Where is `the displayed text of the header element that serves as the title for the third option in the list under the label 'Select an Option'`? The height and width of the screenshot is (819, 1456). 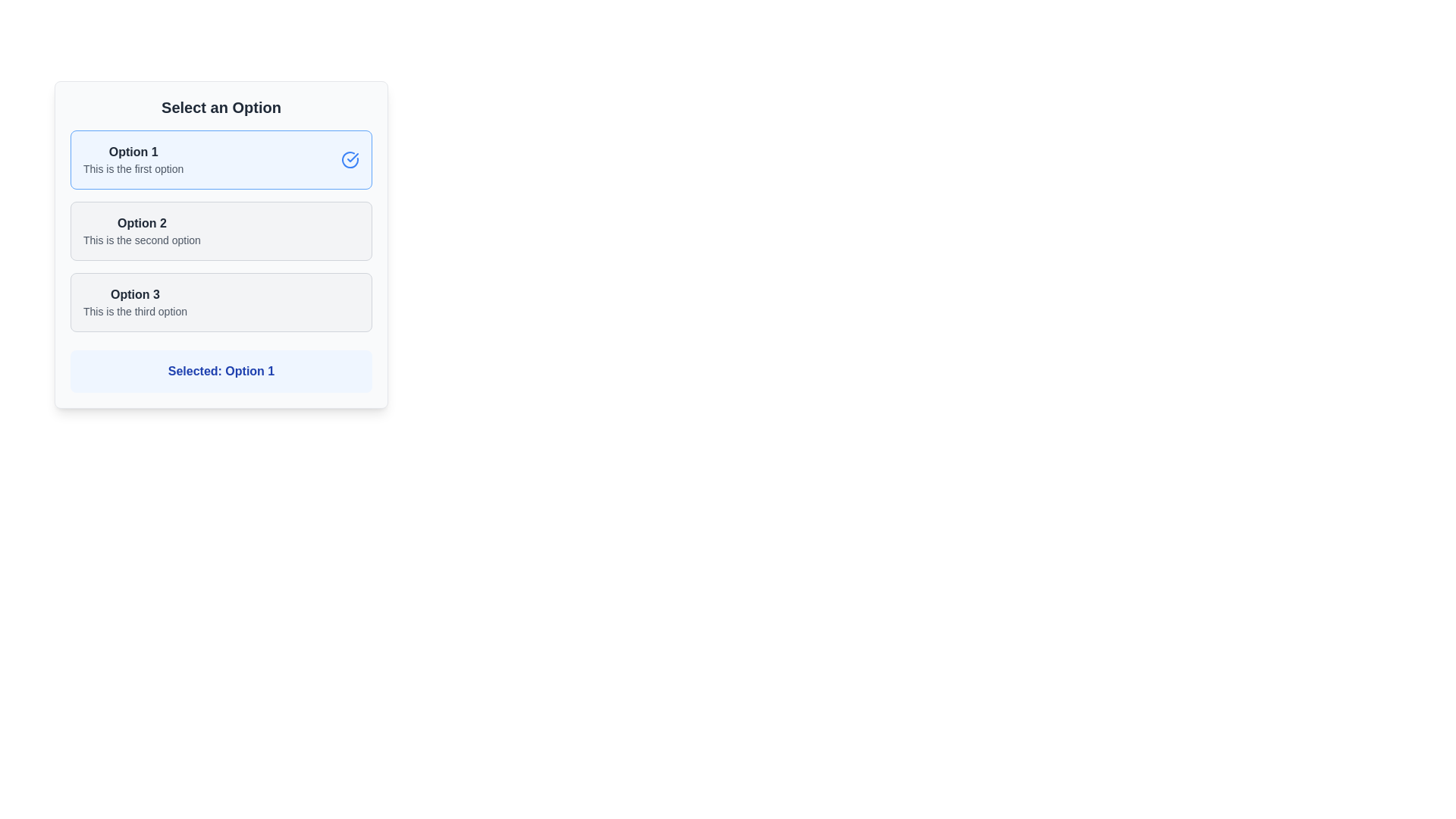 the displayed text of the header element that serves as the title for the third option in the list under the label 'Select an Option' is located at coordinates (135, 295).